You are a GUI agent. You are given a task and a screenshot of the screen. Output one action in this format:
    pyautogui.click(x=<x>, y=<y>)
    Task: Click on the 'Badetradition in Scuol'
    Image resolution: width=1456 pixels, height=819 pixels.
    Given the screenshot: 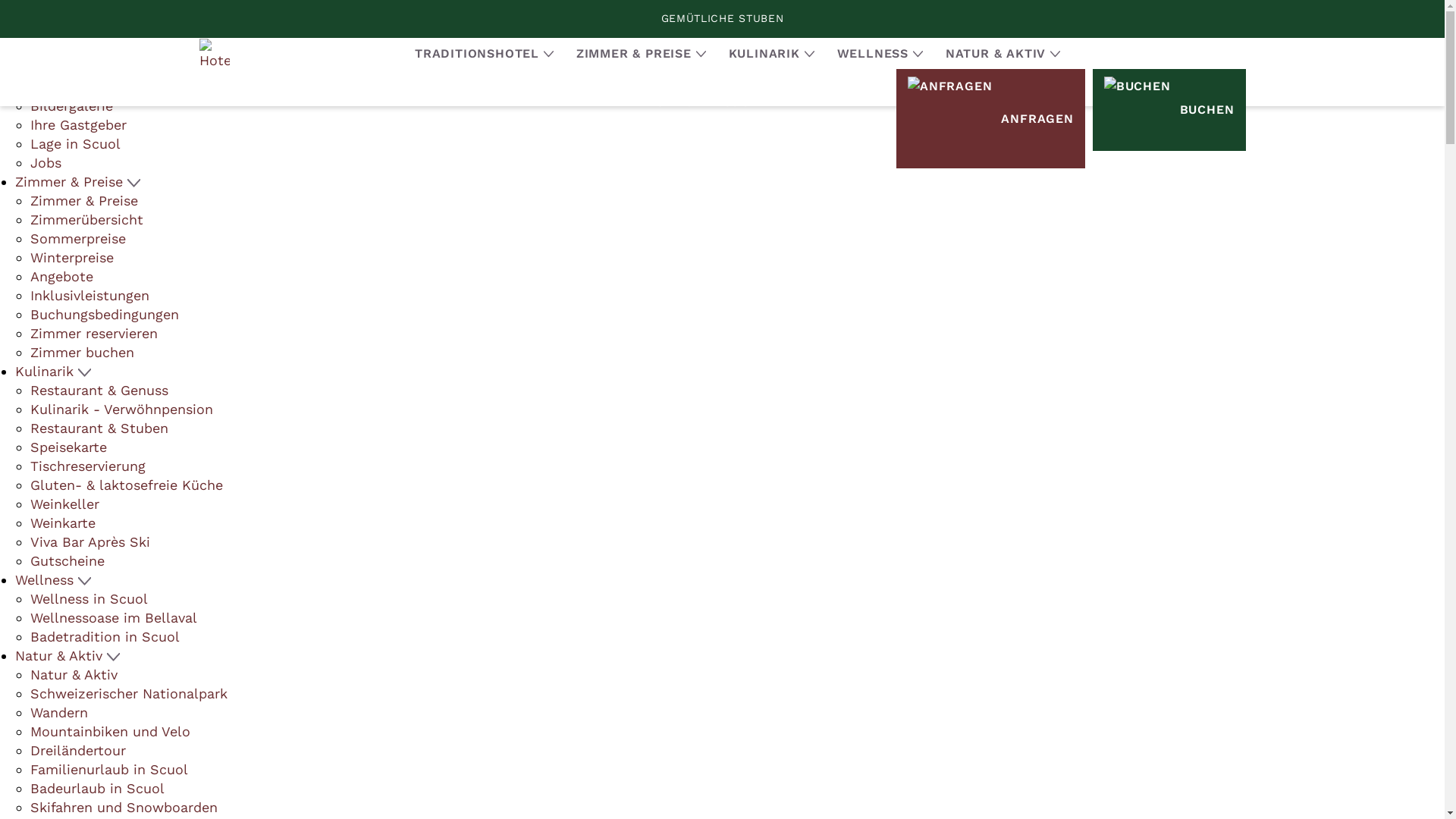 What is the action you would take?
    pyautogui.click(x=30, y=636)
    